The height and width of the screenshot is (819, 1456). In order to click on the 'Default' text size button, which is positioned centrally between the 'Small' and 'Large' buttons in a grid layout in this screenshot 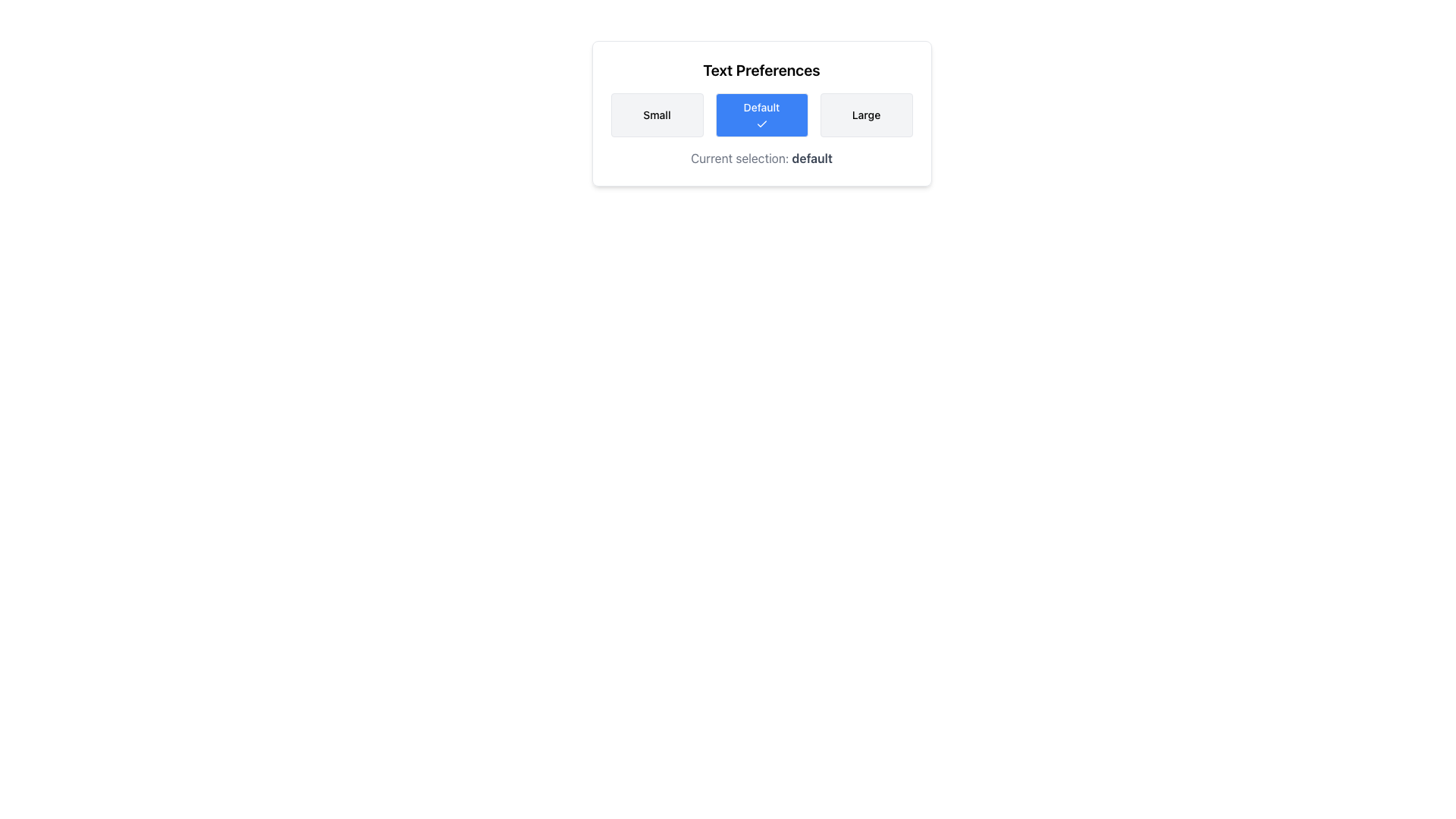, I will do `click(761, 114)`.